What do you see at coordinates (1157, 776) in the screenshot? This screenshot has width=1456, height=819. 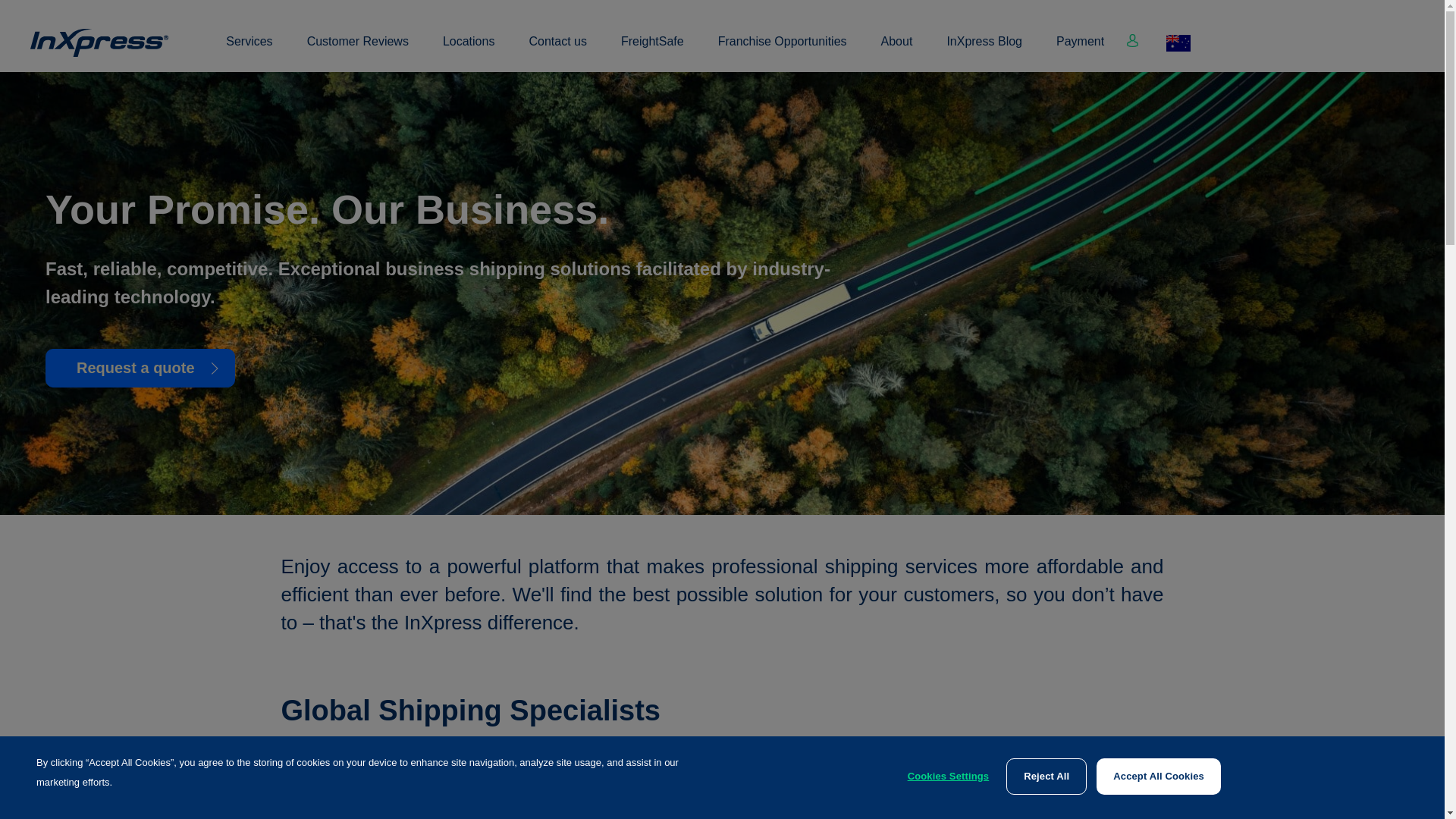 I see `'Accept All Cookies'` at bounding box center [1157, 776].